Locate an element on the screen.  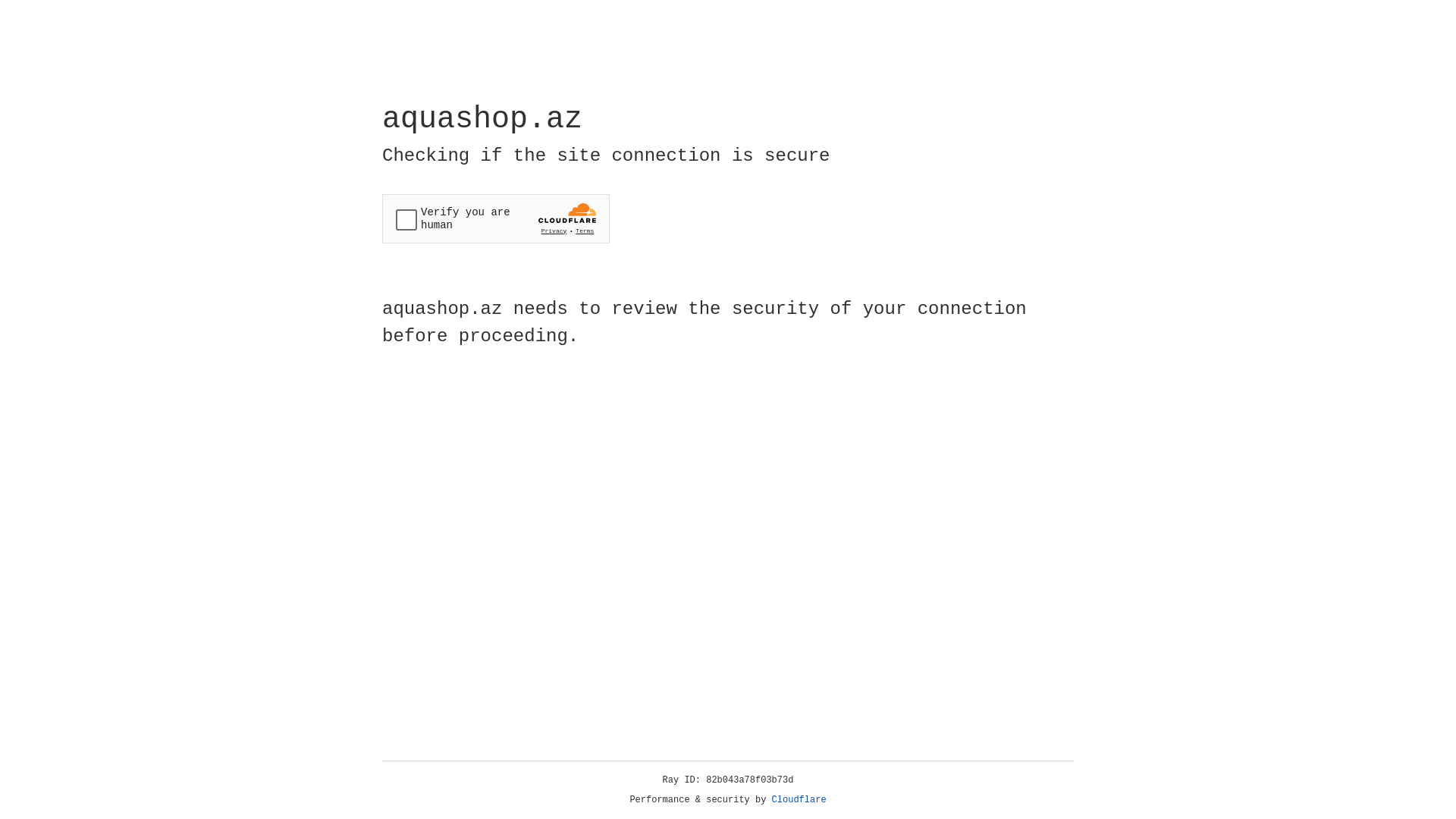
'Cloudflare' is located at coordinates (799, 799).